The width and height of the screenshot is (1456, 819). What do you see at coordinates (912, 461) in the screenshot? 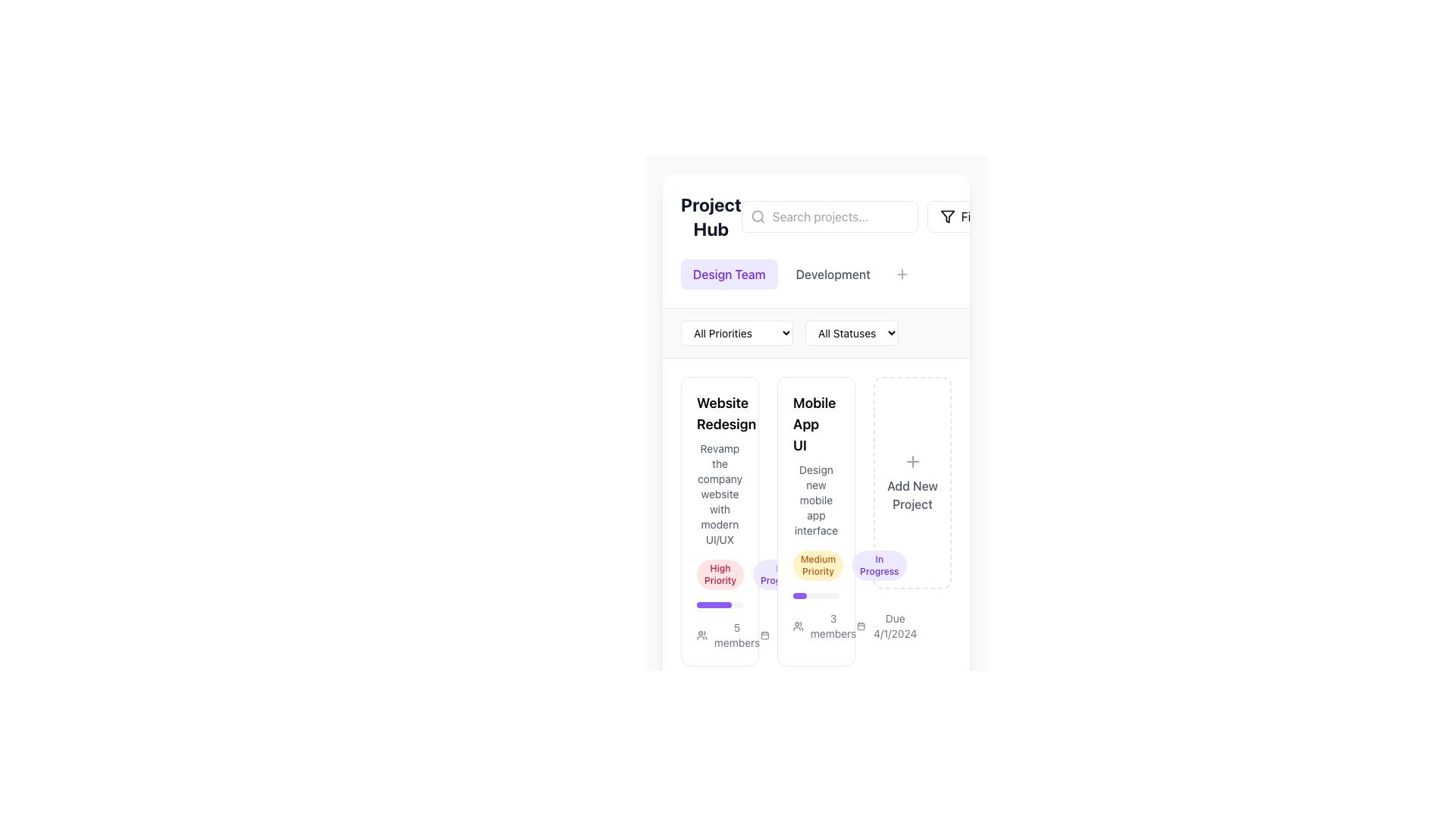
I see `the circular '+' icon located in the center of the 'Add New Project' card for keyboard interaction` at bounding box center [912, 461].